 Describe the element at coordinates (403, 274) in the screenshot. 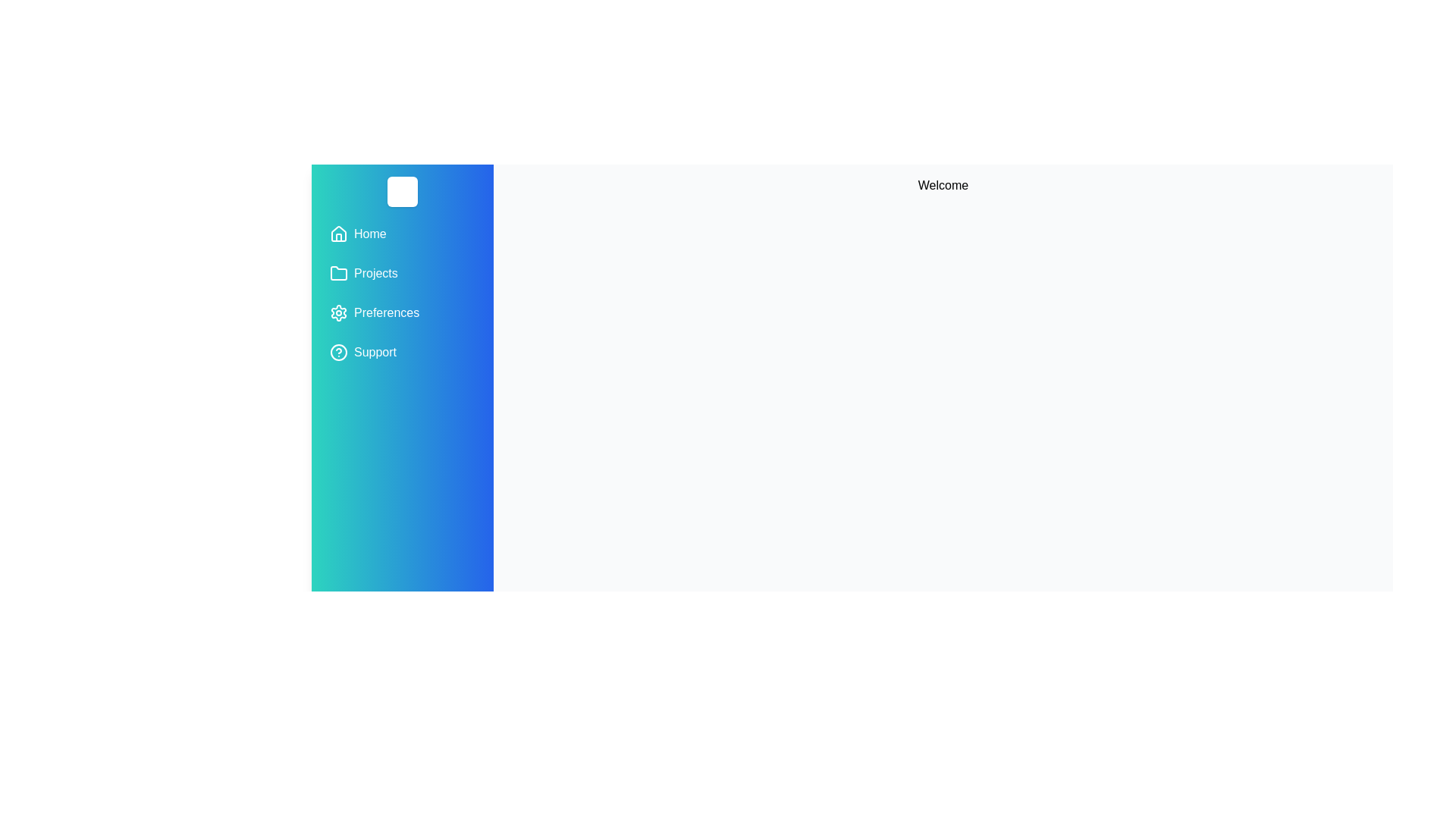

I see `the menu item Projects` at that location.